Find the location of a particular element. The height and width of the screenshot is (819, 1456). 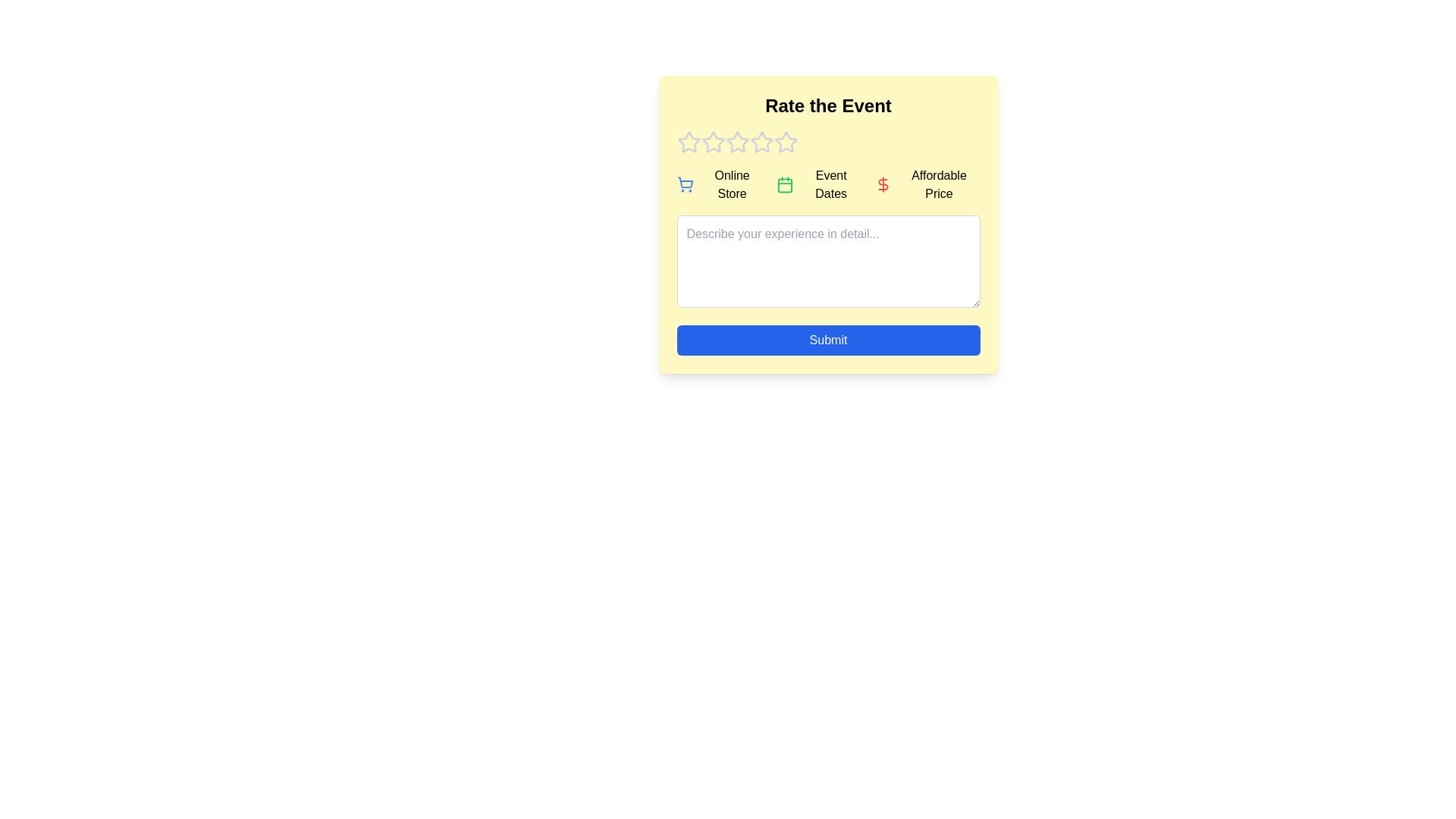

the event rating to 3 stars by clicking on the corresponding star is located at coordinates (737, 143).